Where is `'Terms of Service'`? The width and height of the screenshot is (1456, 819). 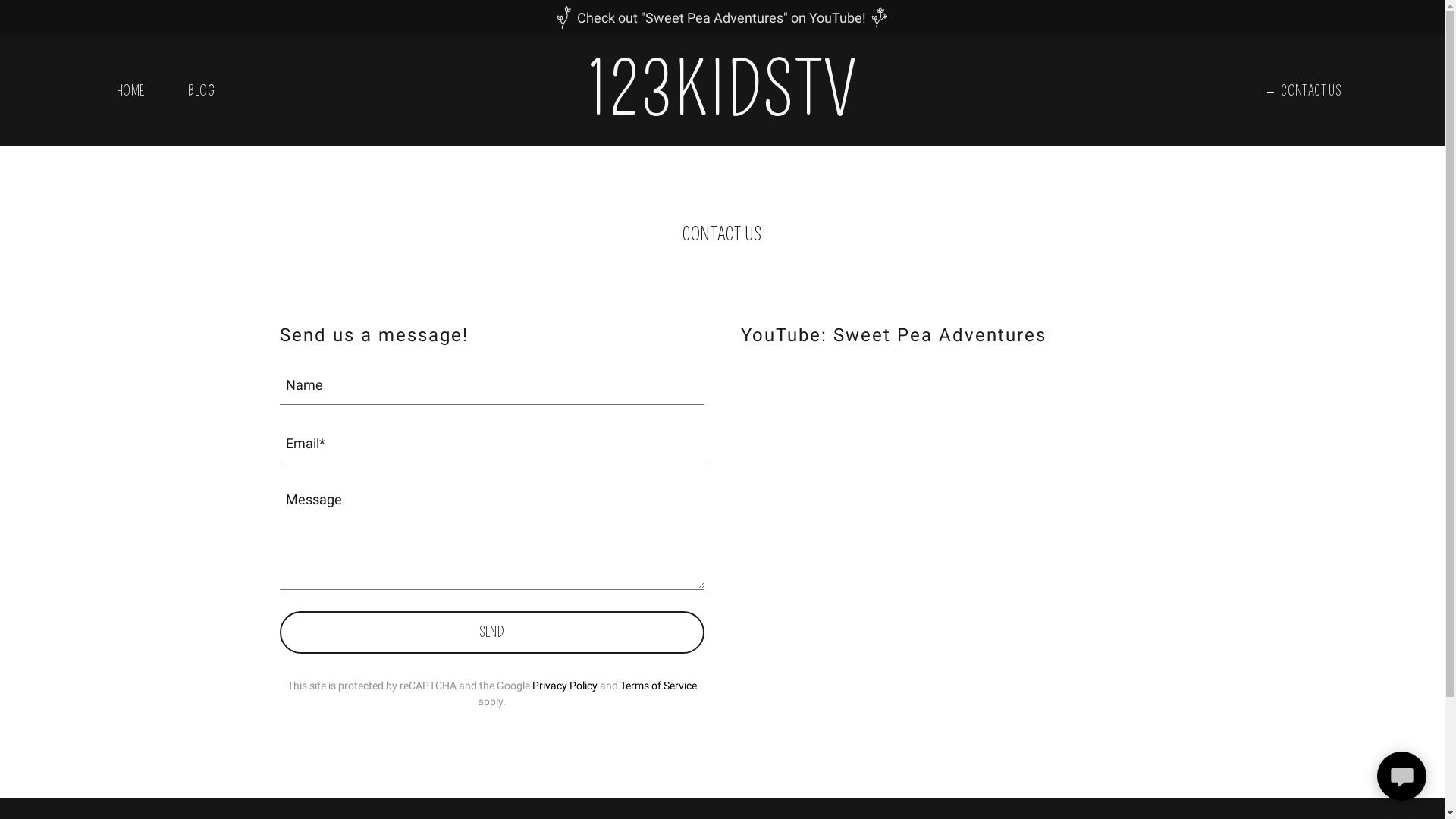
'Terms of Service' is located at coordinates (620, 685).